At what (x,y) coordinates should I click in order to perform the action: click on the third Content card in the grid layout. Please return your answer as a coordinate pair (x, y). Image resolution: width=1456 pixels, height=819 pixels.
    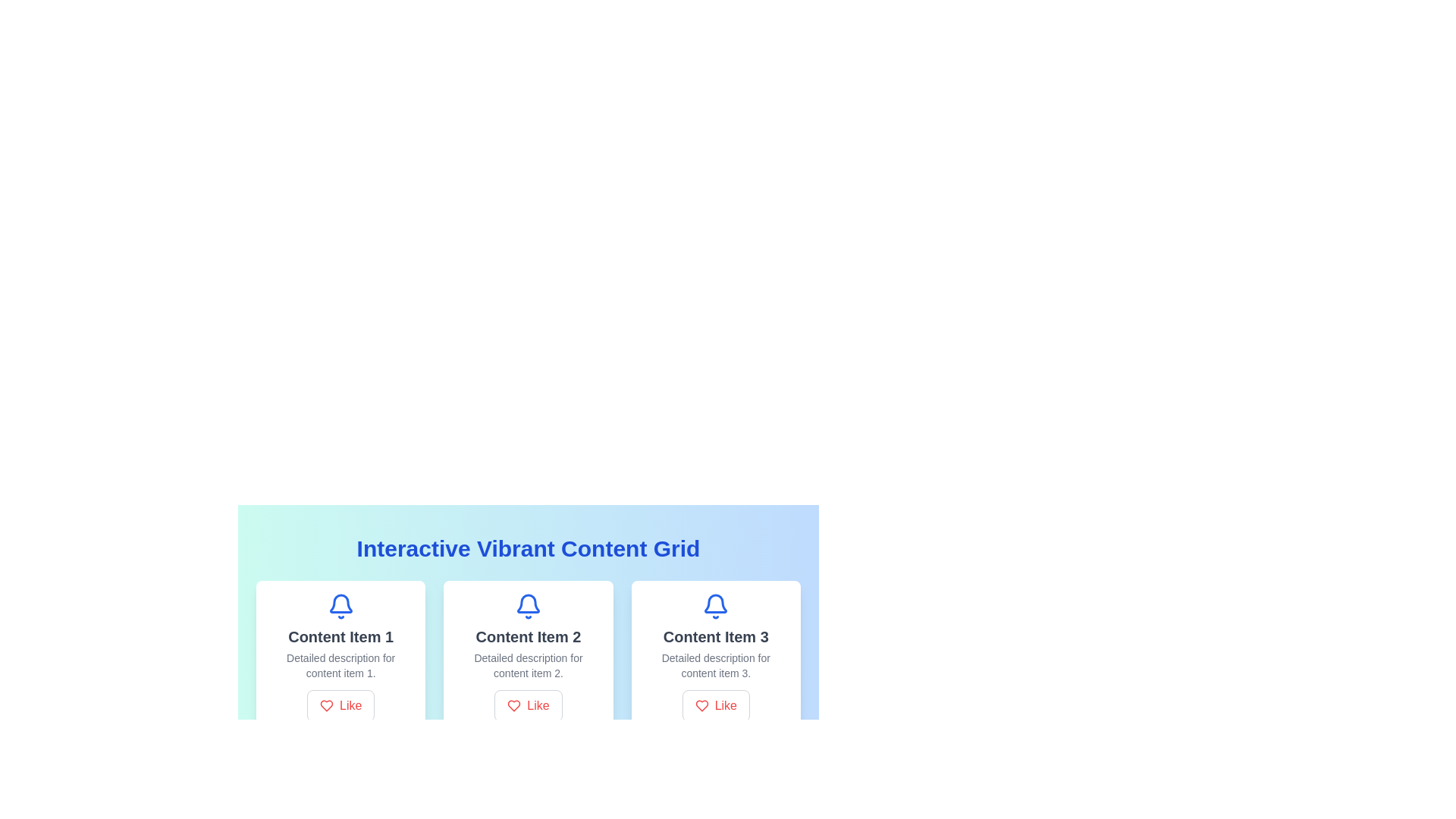
    Looking at the image, I should click on (715, 657).